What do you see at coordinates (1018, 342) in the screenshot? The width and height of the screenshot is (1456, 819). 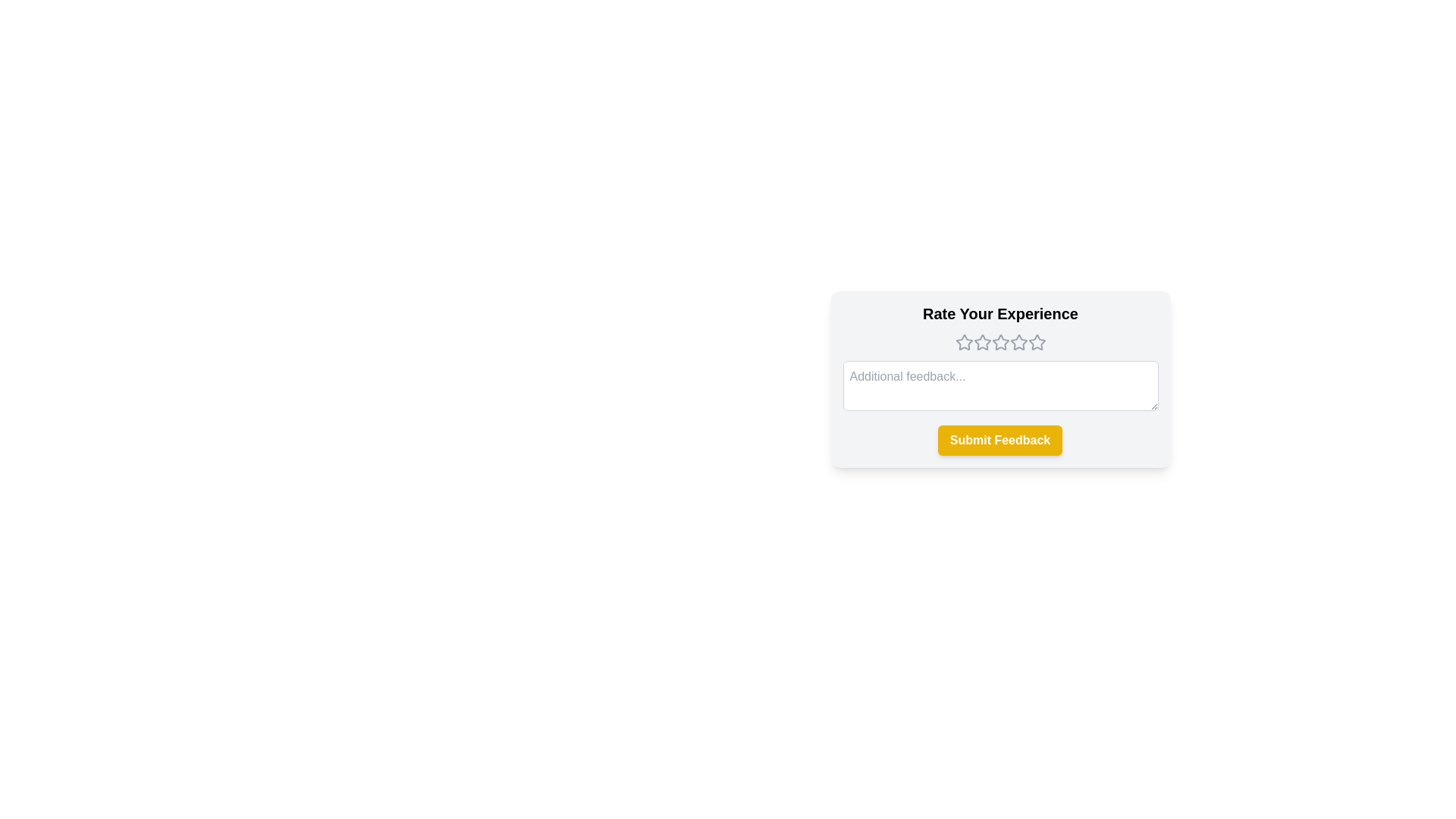 I see `the fourth interactive rating star icon` at bounding box center [1018, 342].